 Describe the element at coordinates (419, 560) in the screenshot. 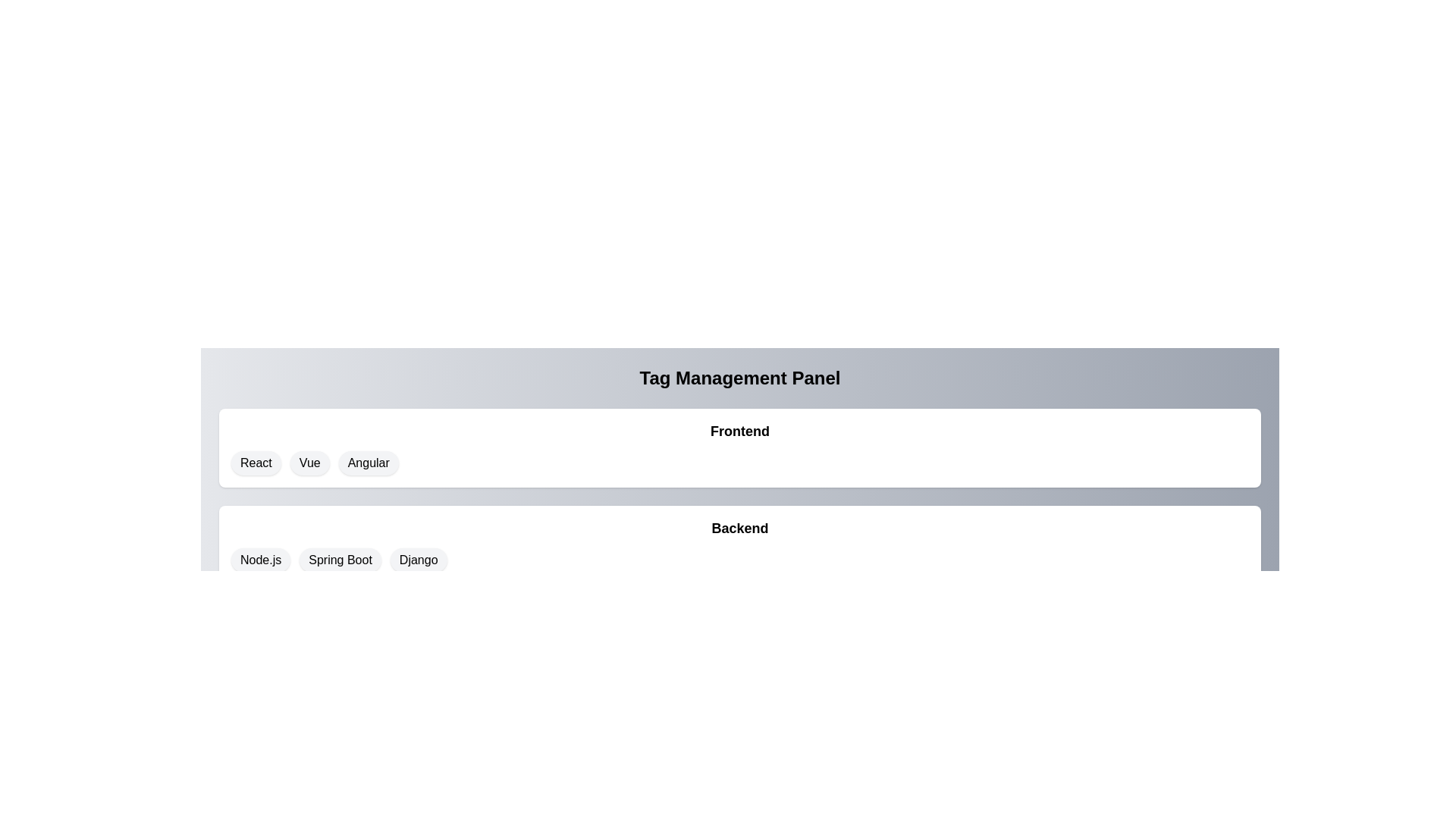

I see `the 'Django' category button, which is the third tag under the 'Backend' section` at that location.